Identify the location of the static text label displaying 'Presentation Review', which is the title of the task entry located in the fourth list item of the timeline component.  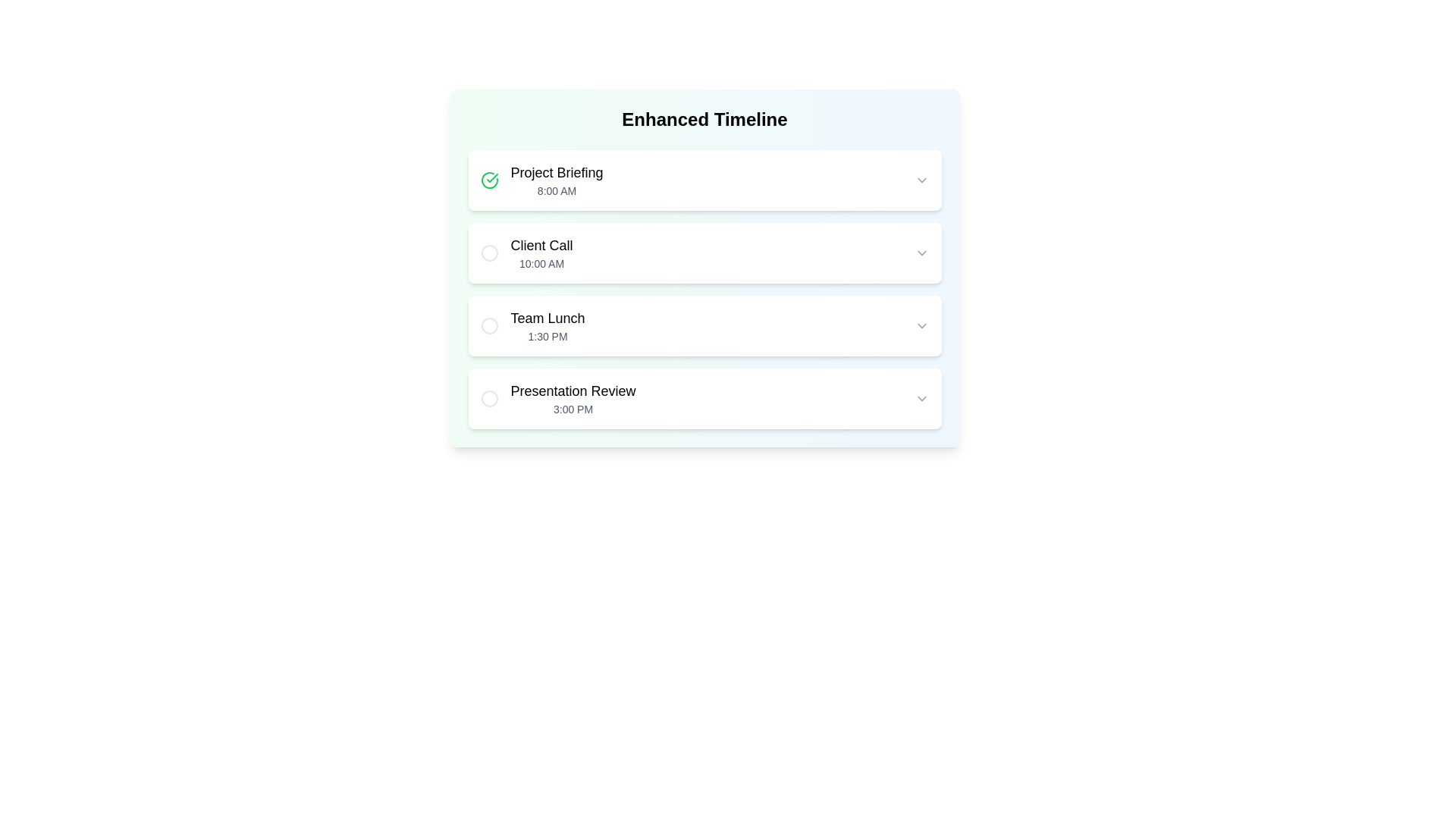
(573, 391).